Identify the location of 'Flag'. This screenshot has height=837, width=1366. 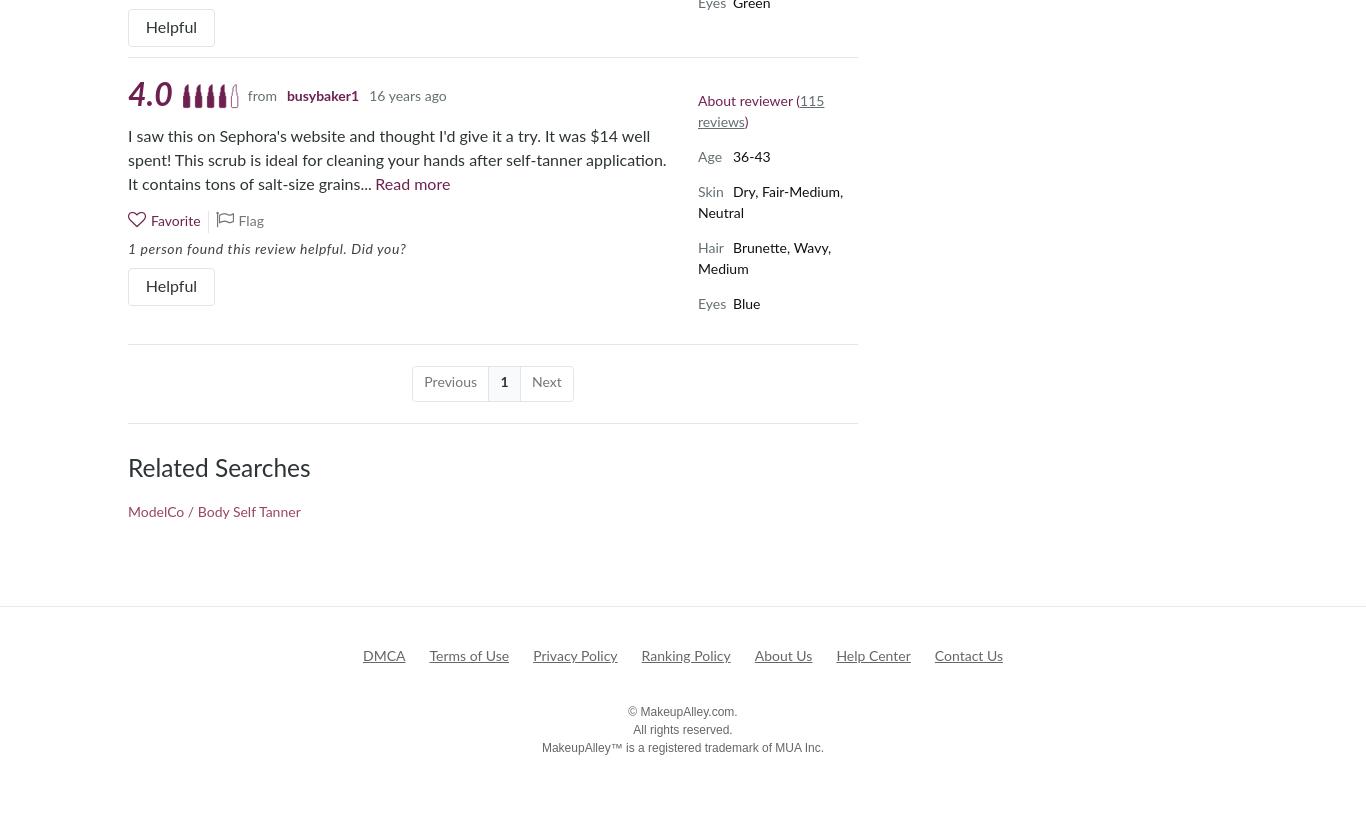
(237, 219).